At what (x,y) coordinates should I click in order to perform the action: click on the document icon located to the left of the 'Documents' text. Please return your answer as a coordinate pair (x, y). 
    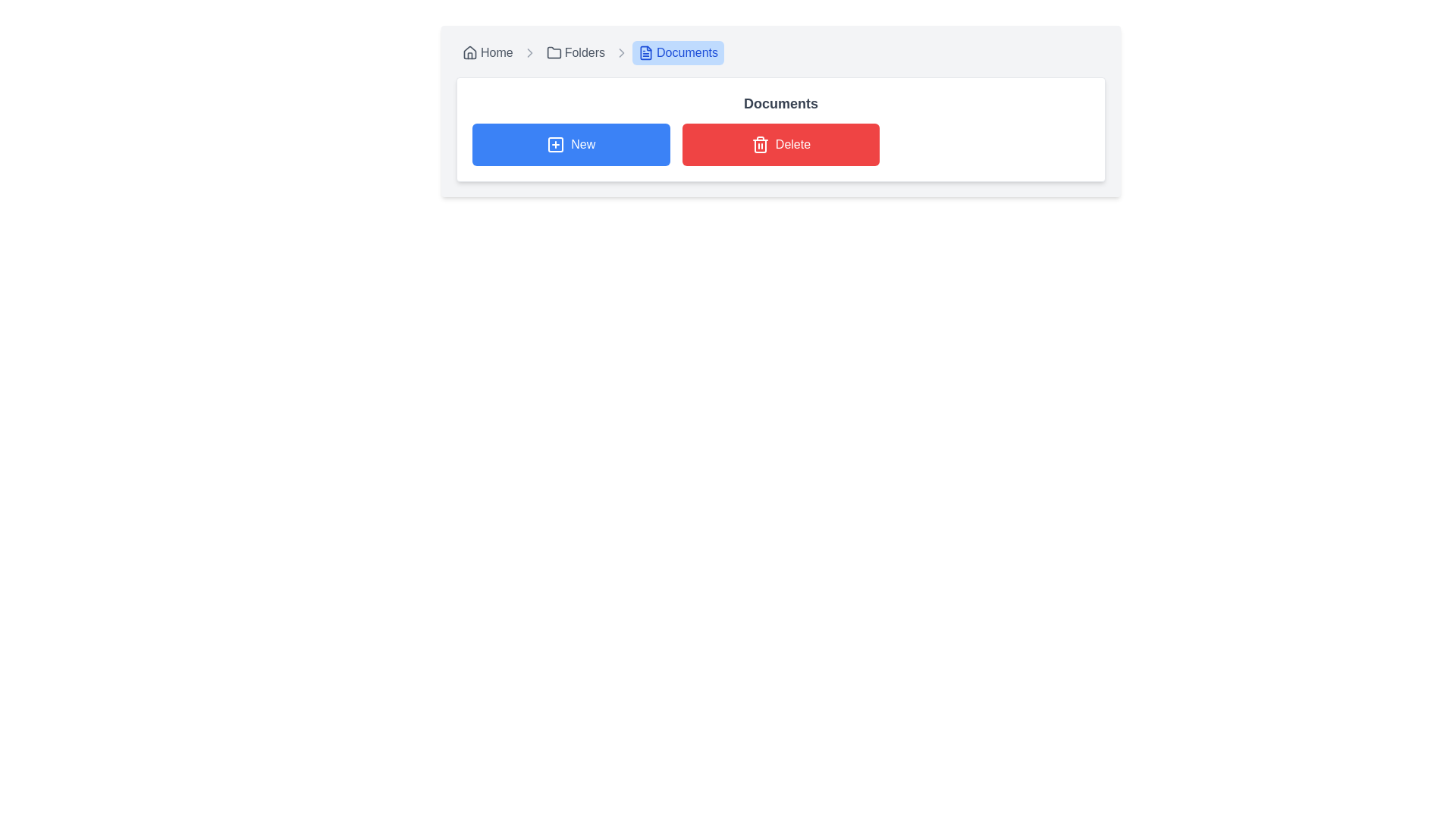
    Looking at the image, I should click on (646, 52).